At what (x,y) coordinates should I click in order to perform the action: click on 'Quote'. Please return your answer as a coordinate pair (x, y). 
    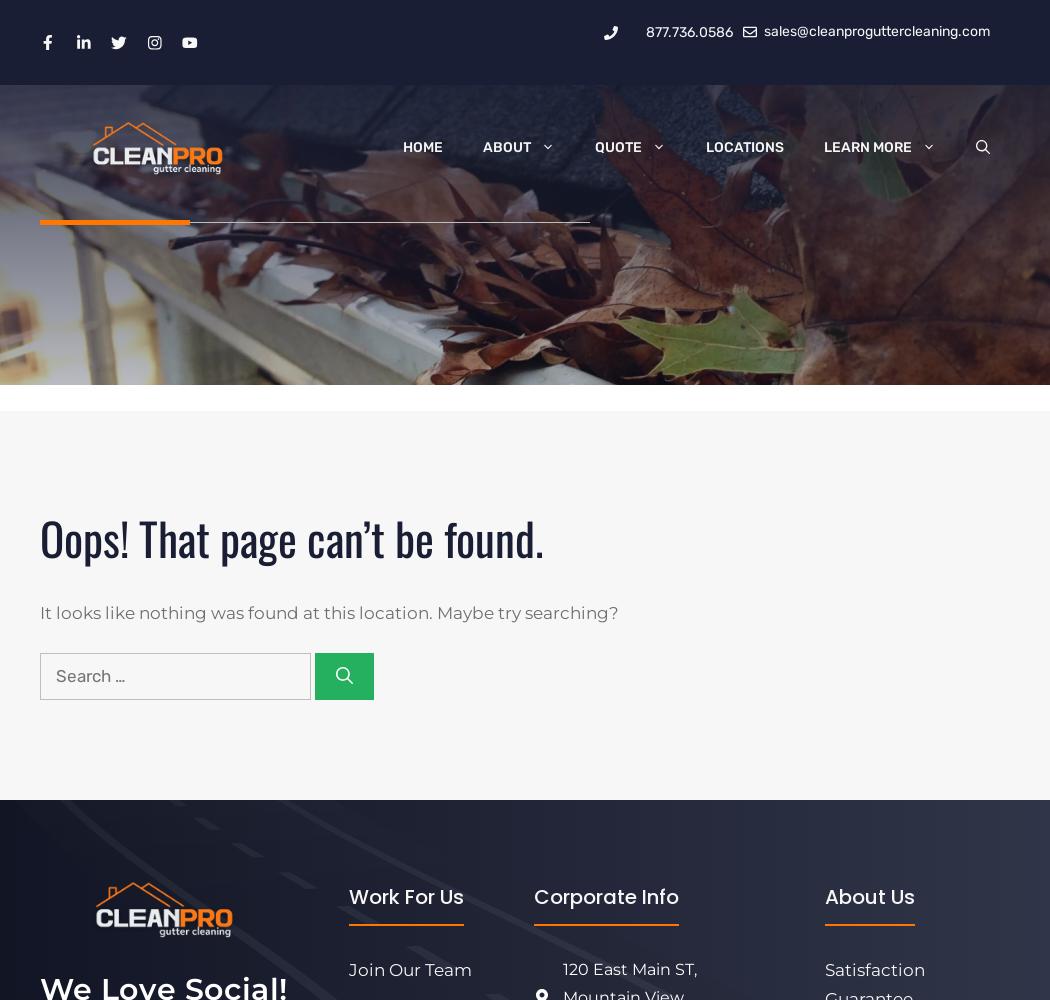
    Looking at the image, I should click on (618, 147).